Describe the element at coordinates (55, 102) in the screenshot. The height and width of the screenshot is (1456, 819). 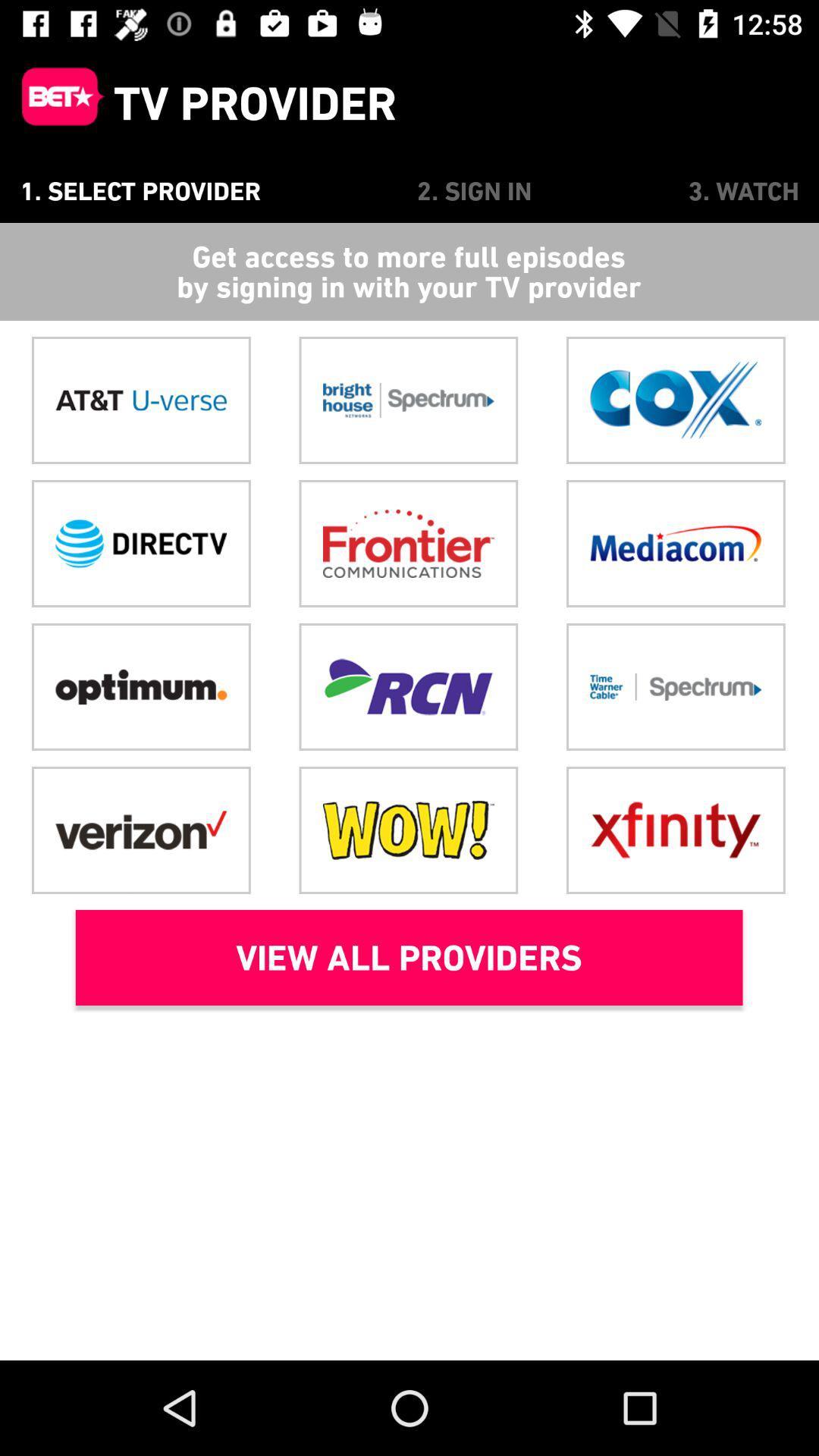
I see `icon above the 1. select provider item` at that location.